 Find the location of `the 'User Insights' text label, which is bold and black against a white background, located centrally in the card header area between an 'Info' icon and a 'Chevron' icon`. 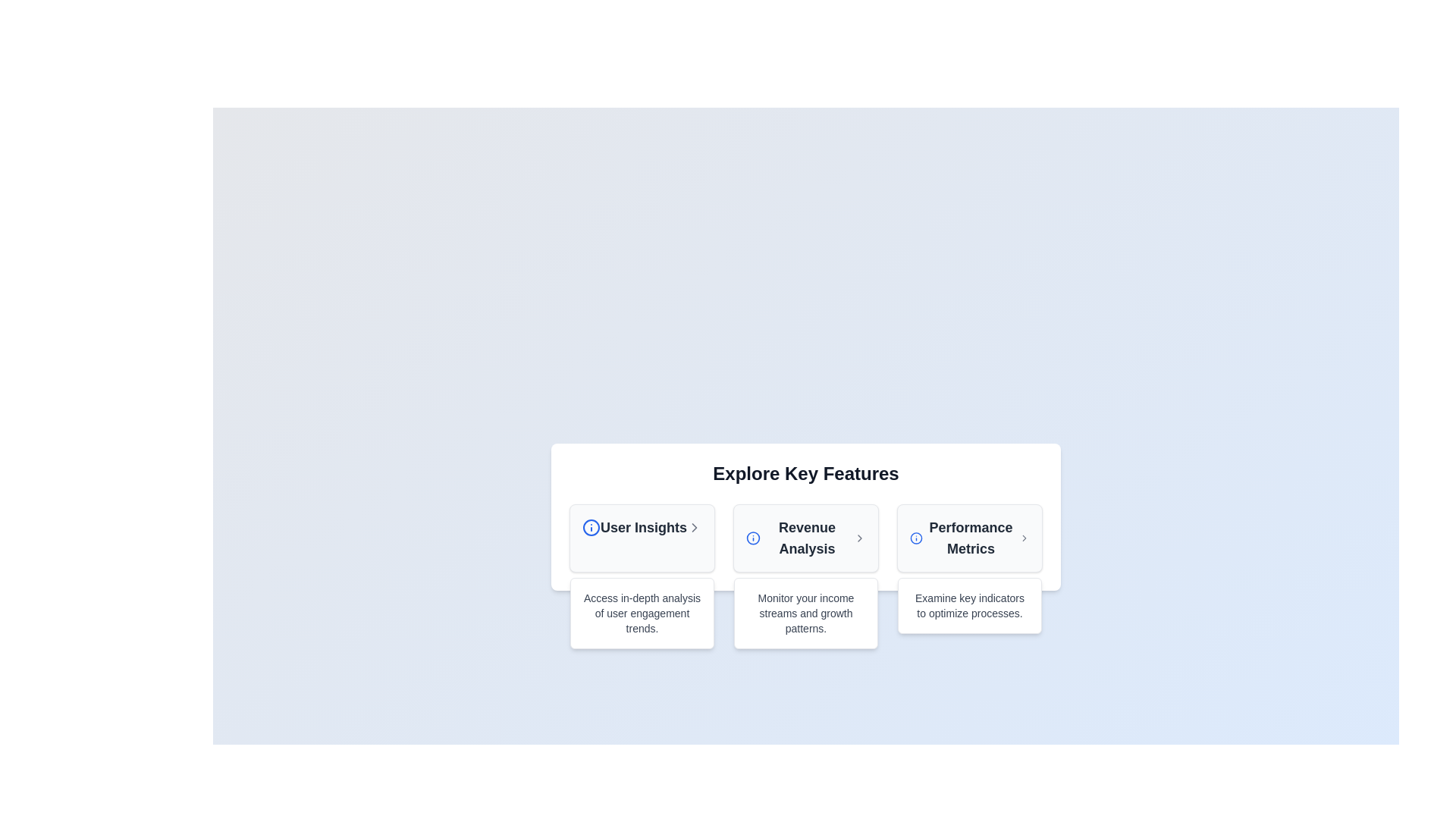

the 'User Insights' text label, which is bold and black against a white background, located centrally in the card header area between an 'Info' icon and a 'Chevron' icon is located at coordinates (644, 526).